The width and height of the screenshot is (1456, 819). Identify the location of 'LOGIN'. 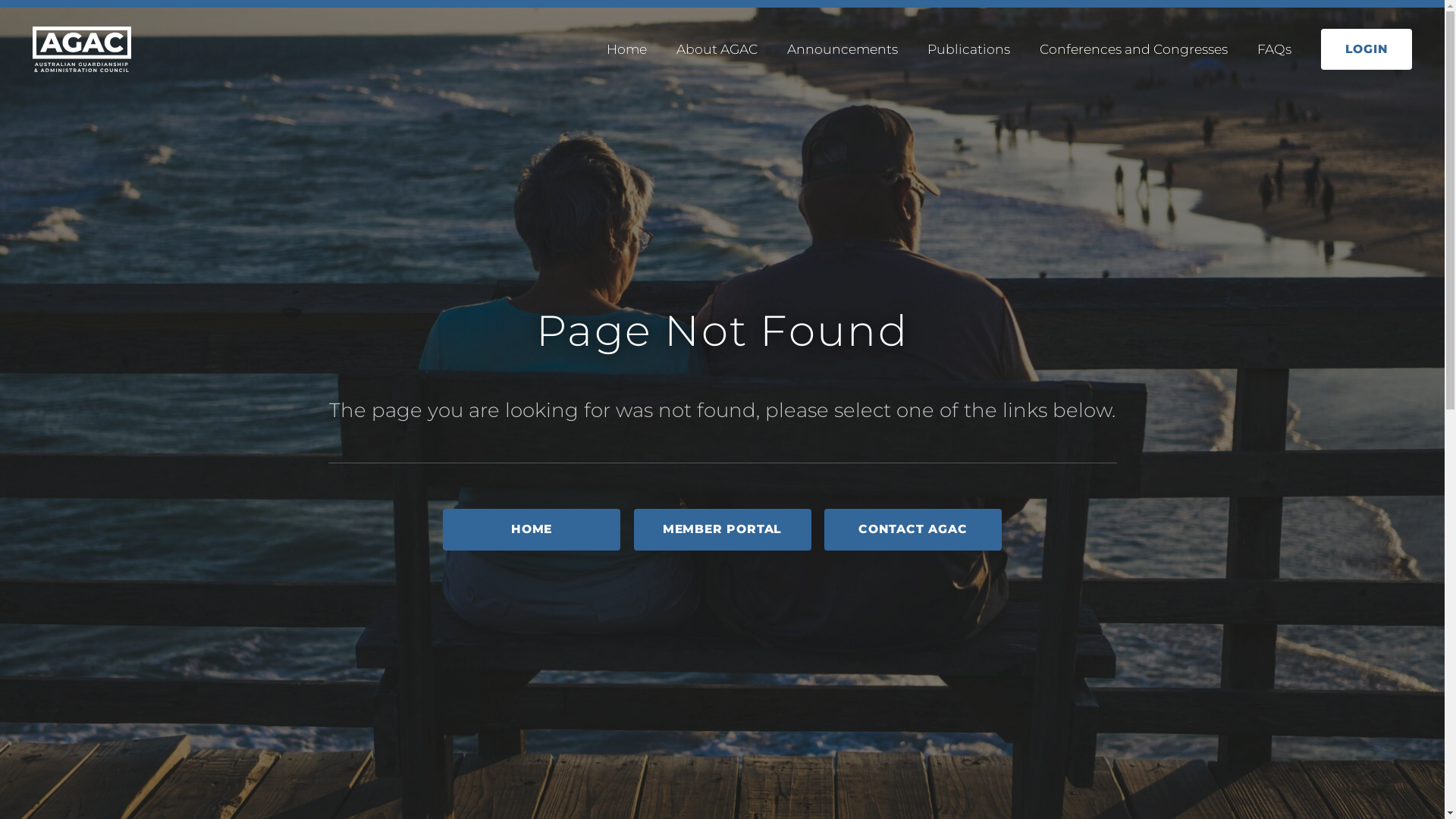
(1320, 49).